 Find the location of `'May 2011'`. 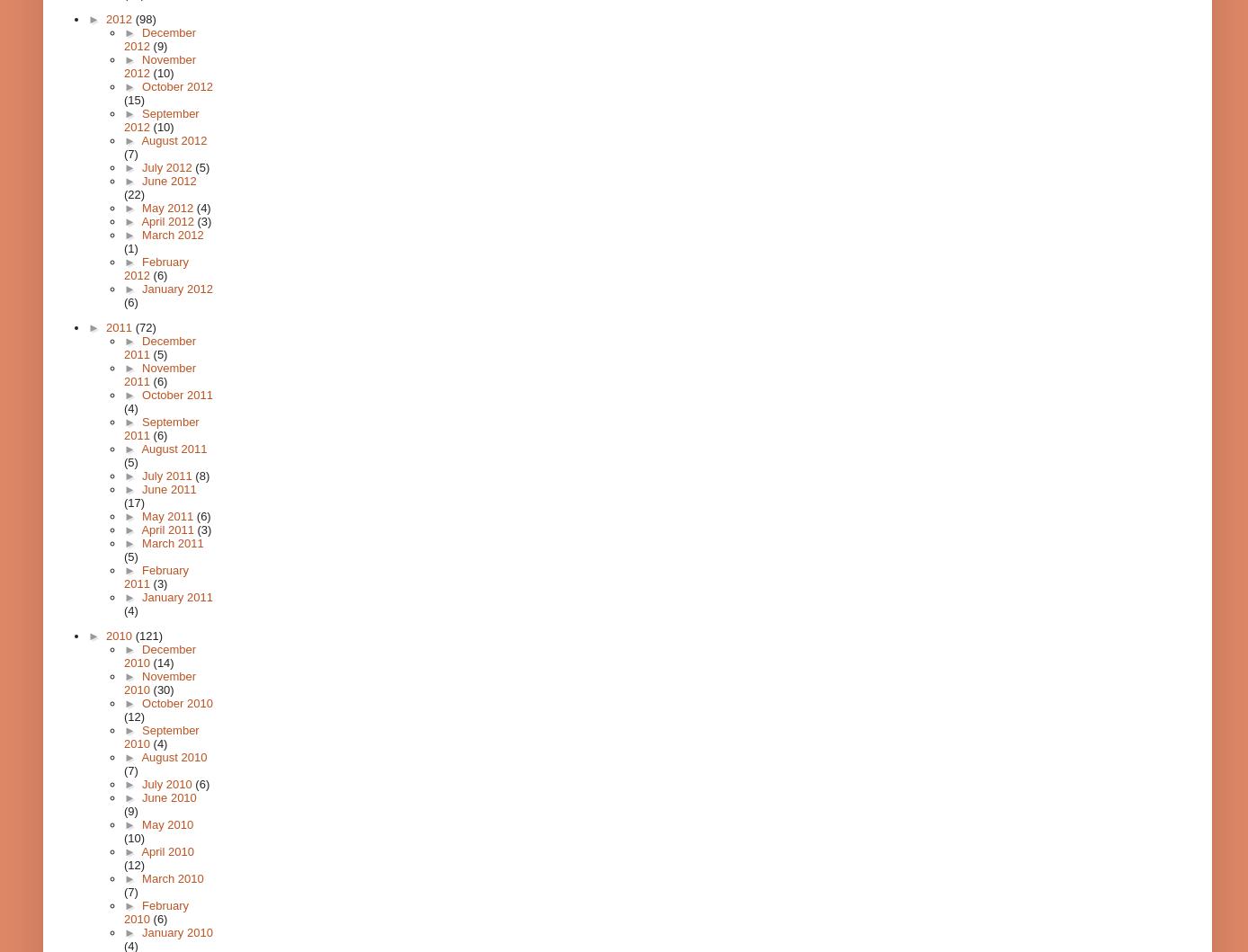

'May 2011' is located at coordinates (167, 515).